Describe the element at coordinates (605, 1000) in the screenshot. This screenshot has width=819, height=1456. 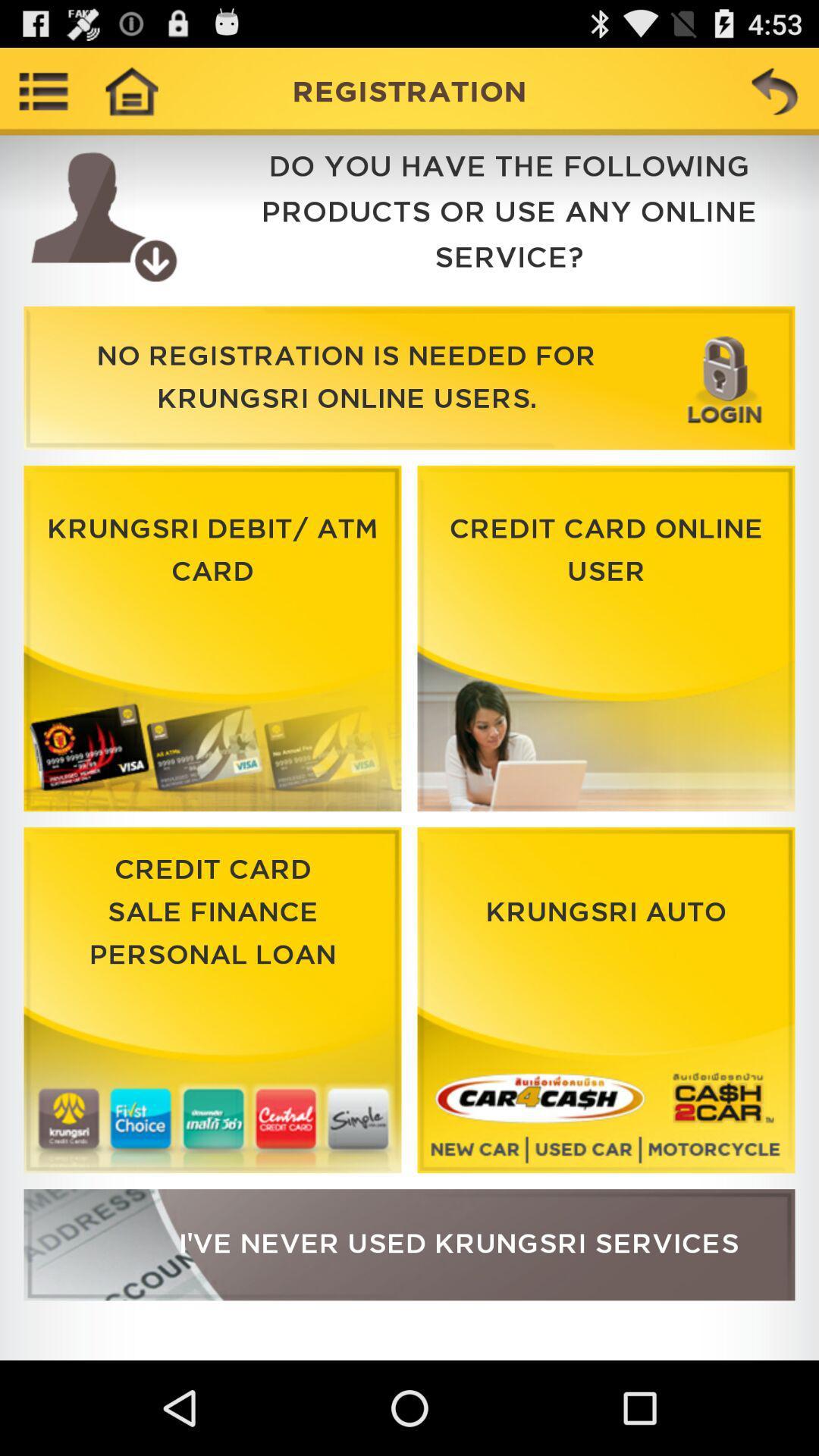
I see `shows krungsri auto option` at that location.